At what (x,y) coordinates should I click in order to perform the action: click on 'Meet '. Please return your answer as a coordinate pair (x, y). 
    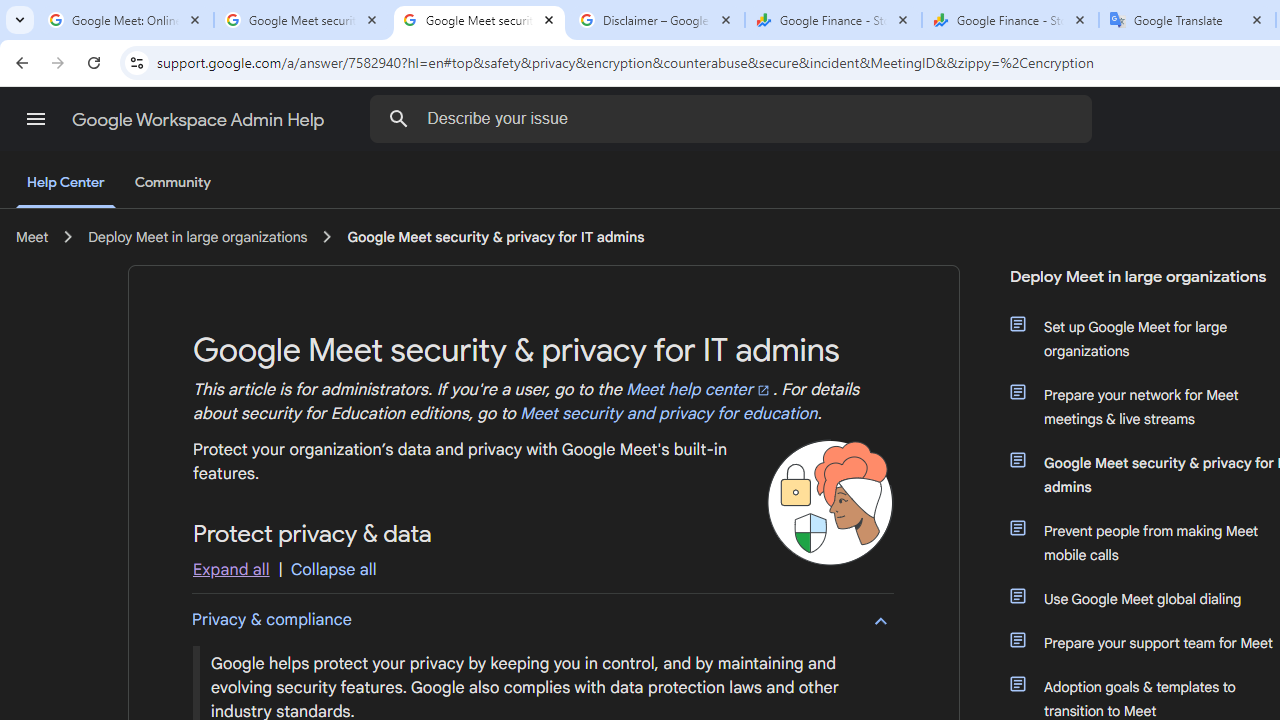
    Looking at the image, I should click on (32, 236).